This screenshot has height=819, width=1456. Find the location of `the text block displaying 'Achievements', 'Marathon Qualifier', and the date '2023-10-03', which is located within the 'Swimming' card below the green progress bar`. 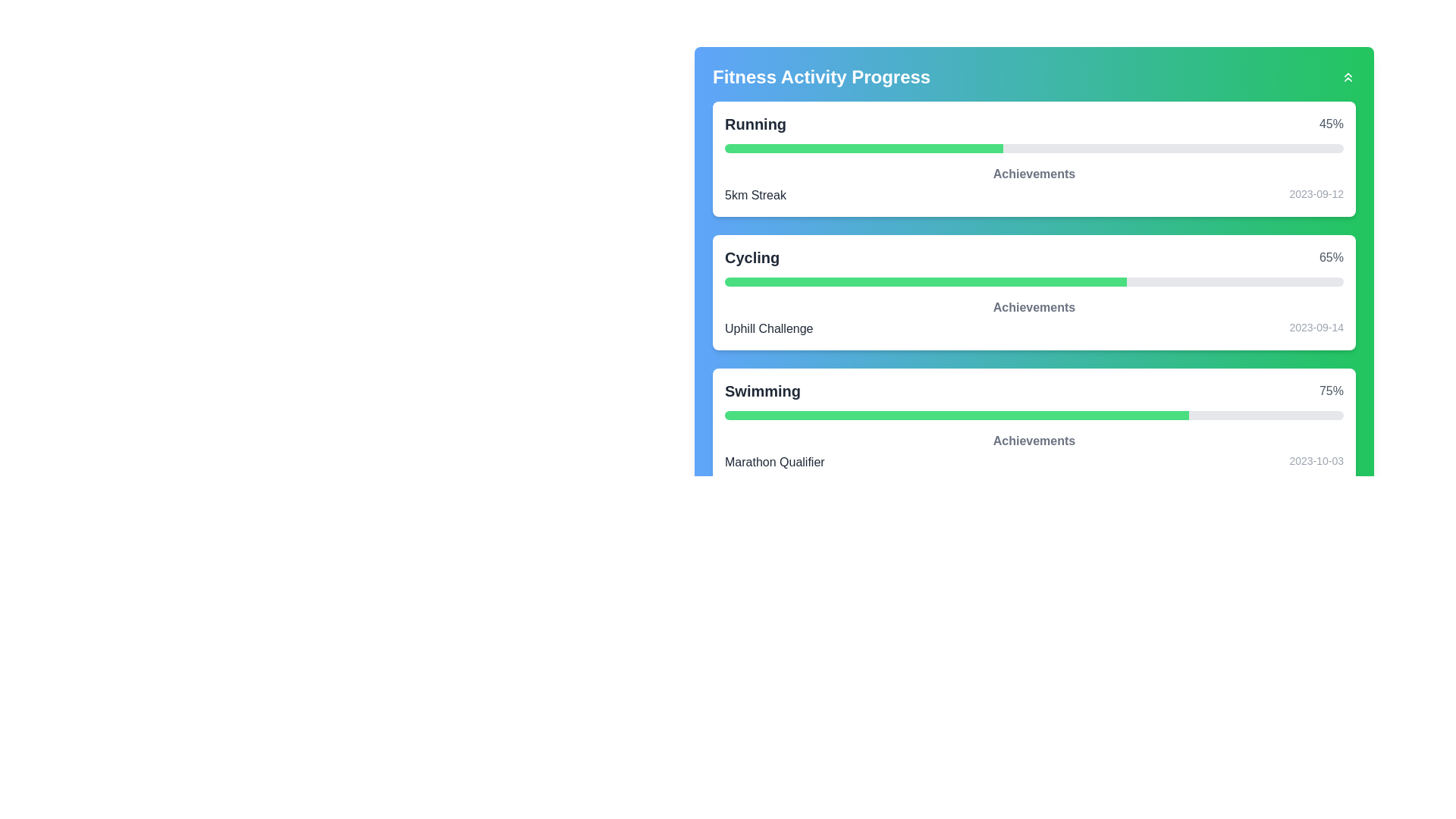

the text block displaying 'Achievements', 'Marathon Qualifier', and the date '2023-10-03', which is located within the 'Swimming' card below the green progress bar is located at coordinates (1033, 451).